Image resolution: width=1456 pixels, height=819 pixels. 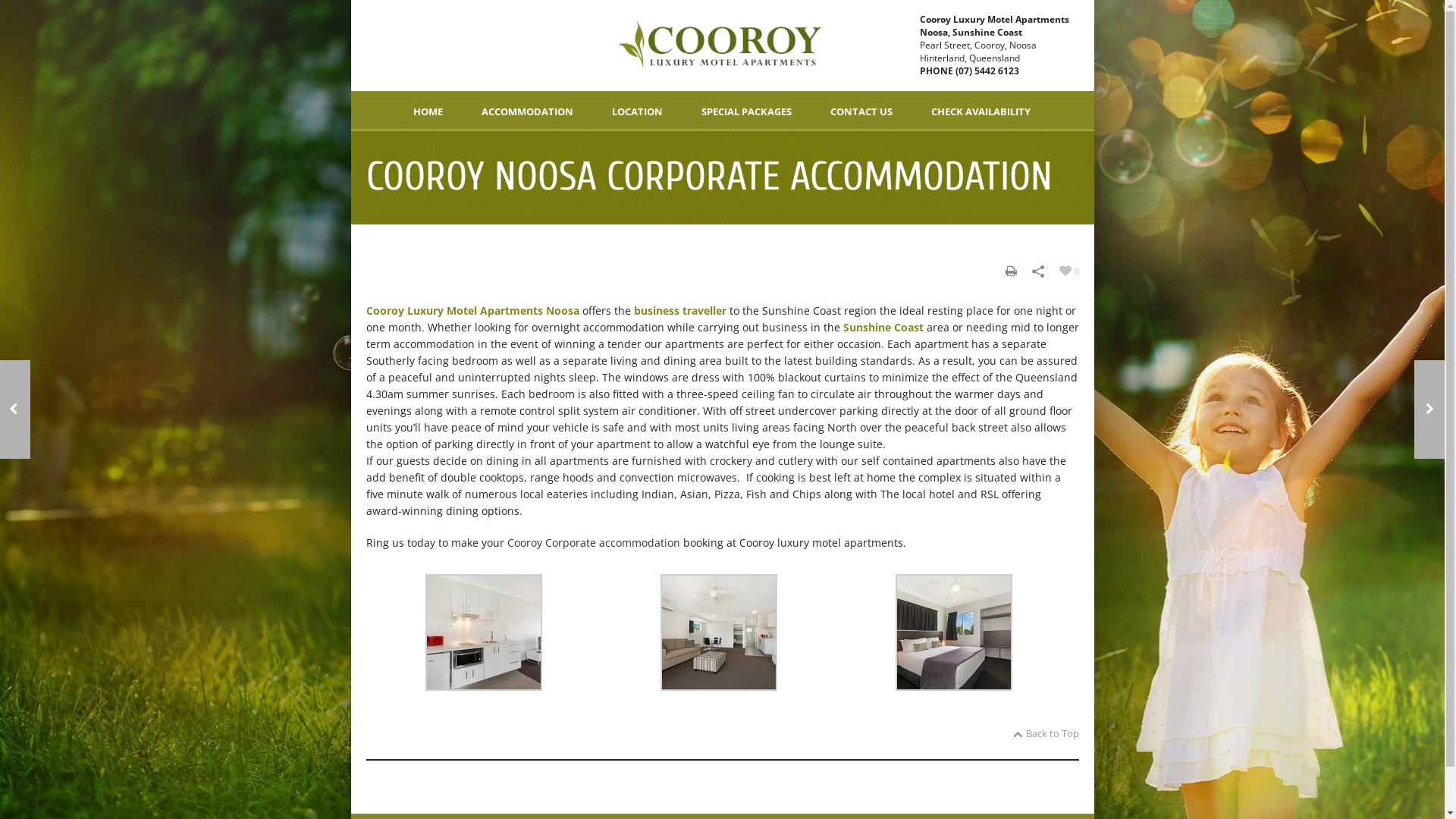 I want to click on 'CHECK AVAILABILITY', so click(x=981, y=110).